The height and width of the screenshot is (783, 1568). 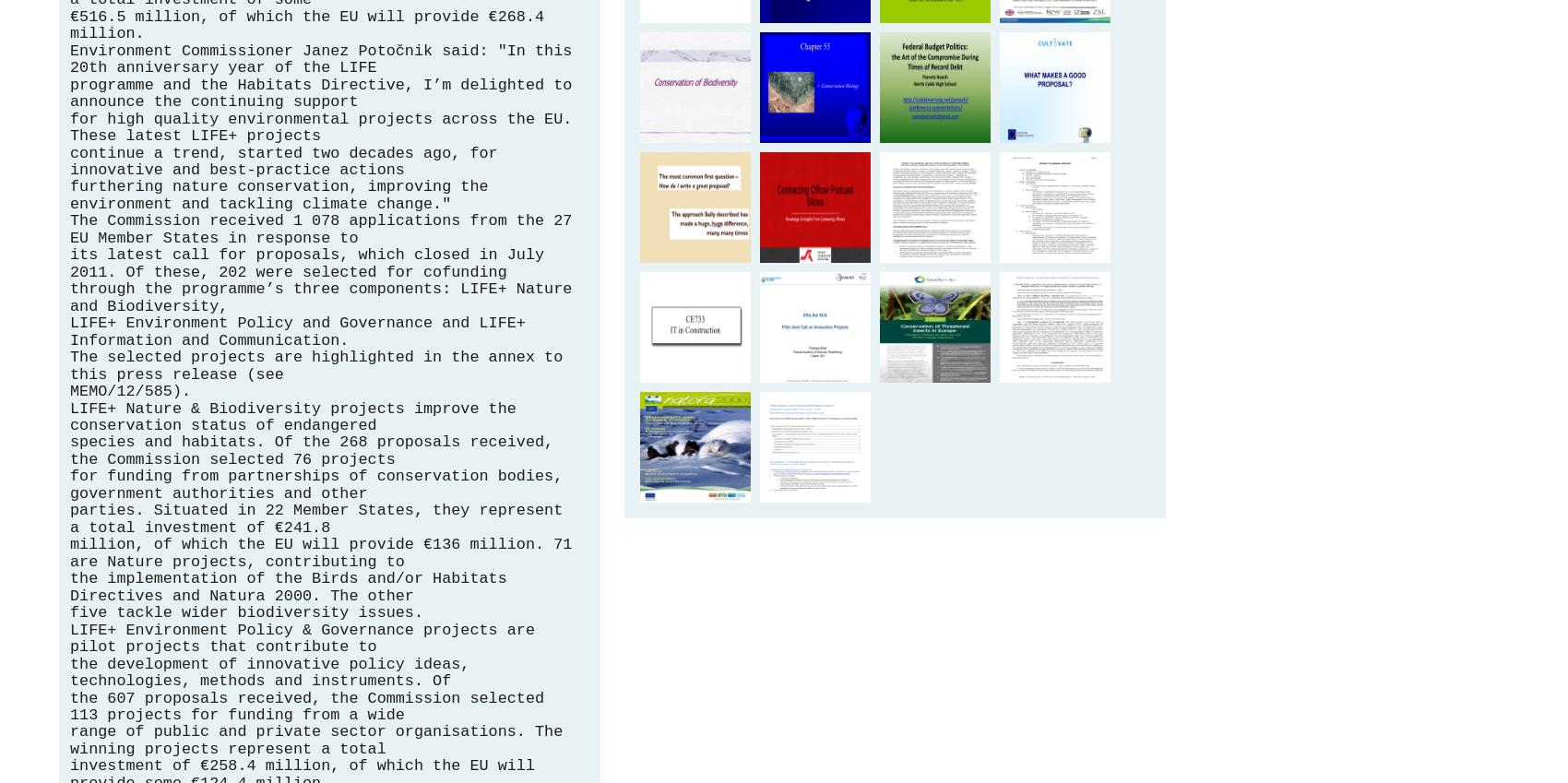 I want to click on 'Conservation of Threatened Insects in Europe', so click(x=949, y=339).